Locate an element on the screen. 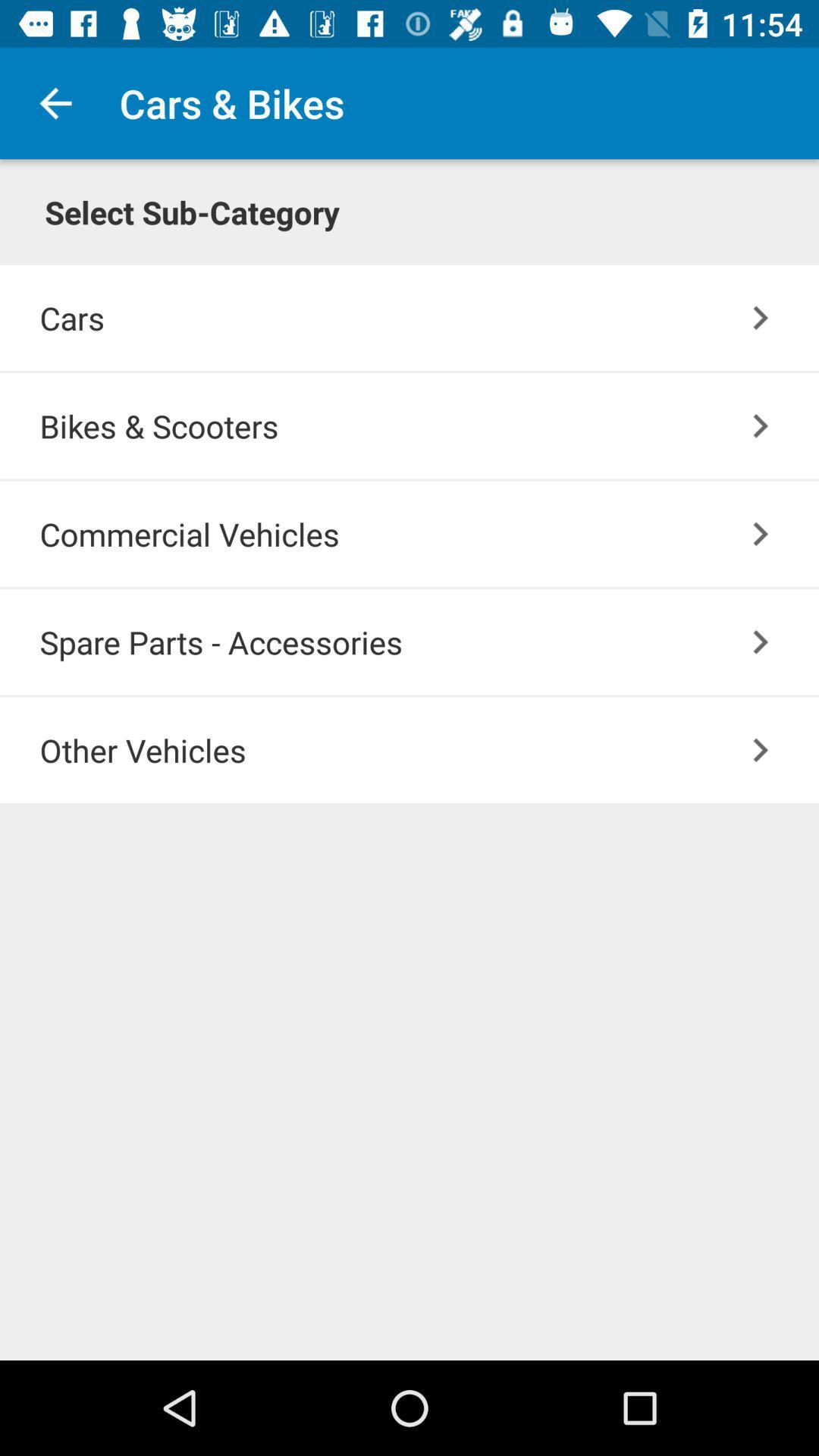  the other vehicles item is located at coordinates (429, 750).